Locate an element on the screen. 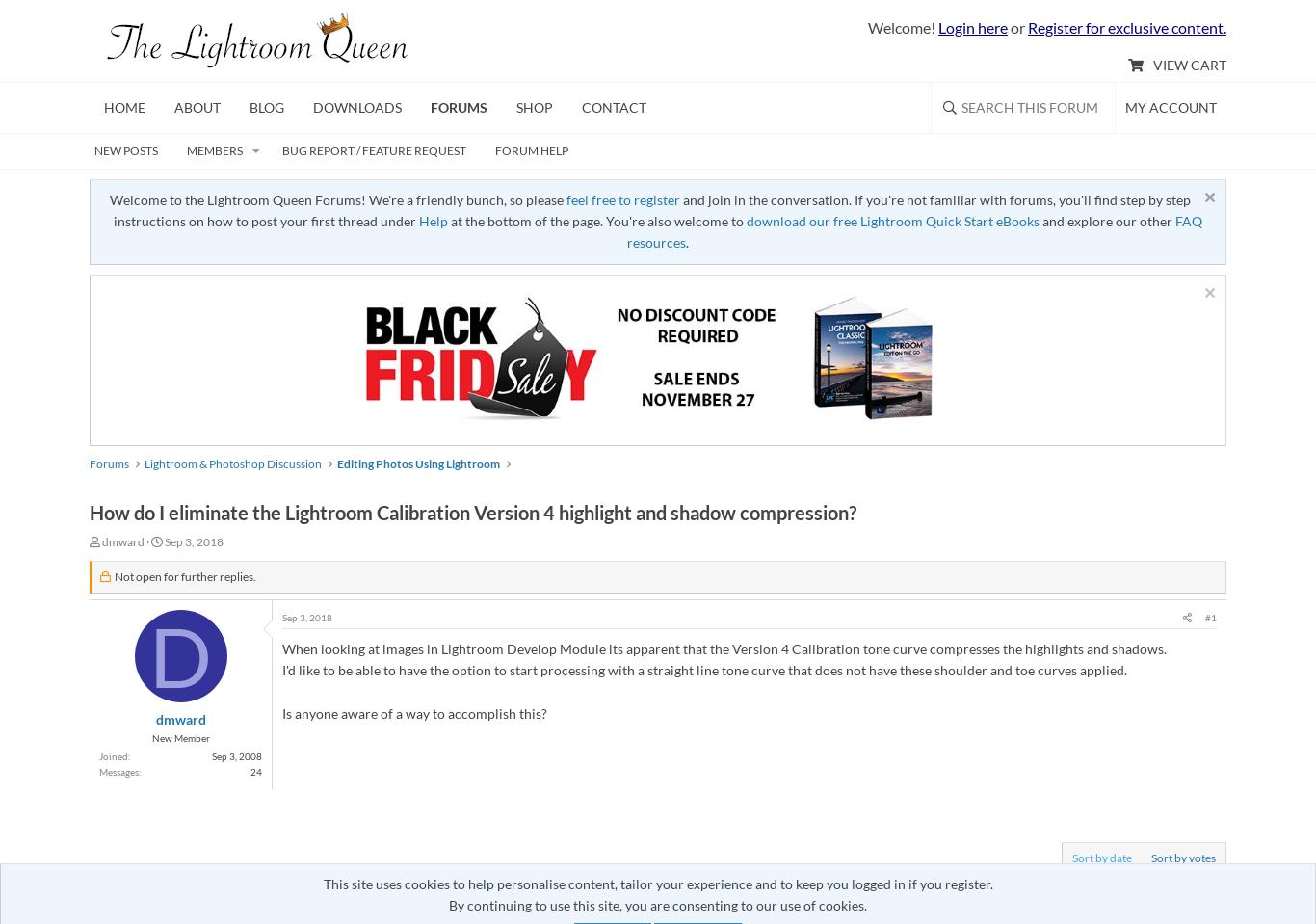  'Editing Photos Using Lightroom' is located at coordinates (416, 463).